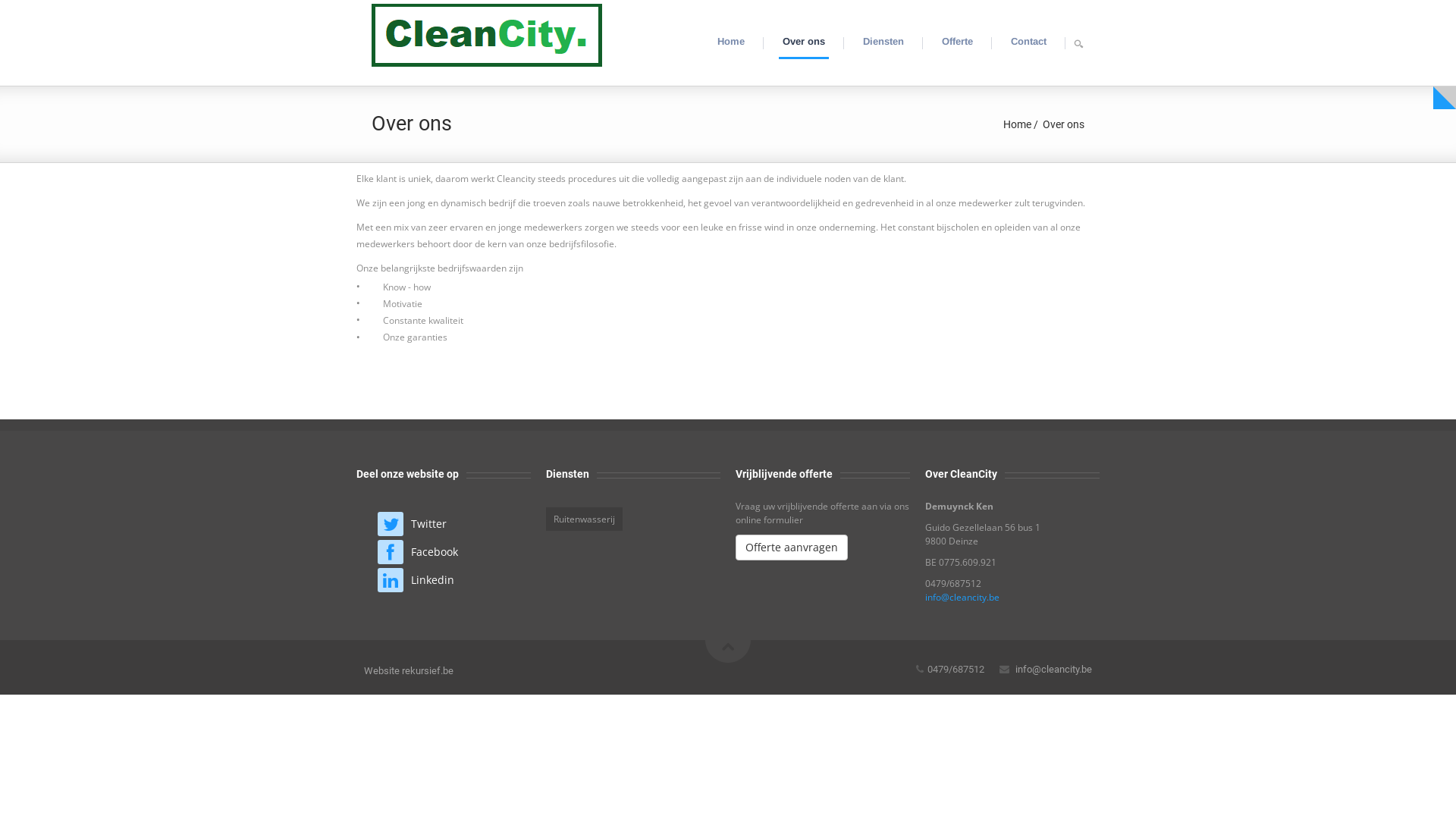 The height and width of the screenshot is (819, 1456). Describe the element at coordinates (433, 551) in the screenshot. I see `'Facebook'` at that location.